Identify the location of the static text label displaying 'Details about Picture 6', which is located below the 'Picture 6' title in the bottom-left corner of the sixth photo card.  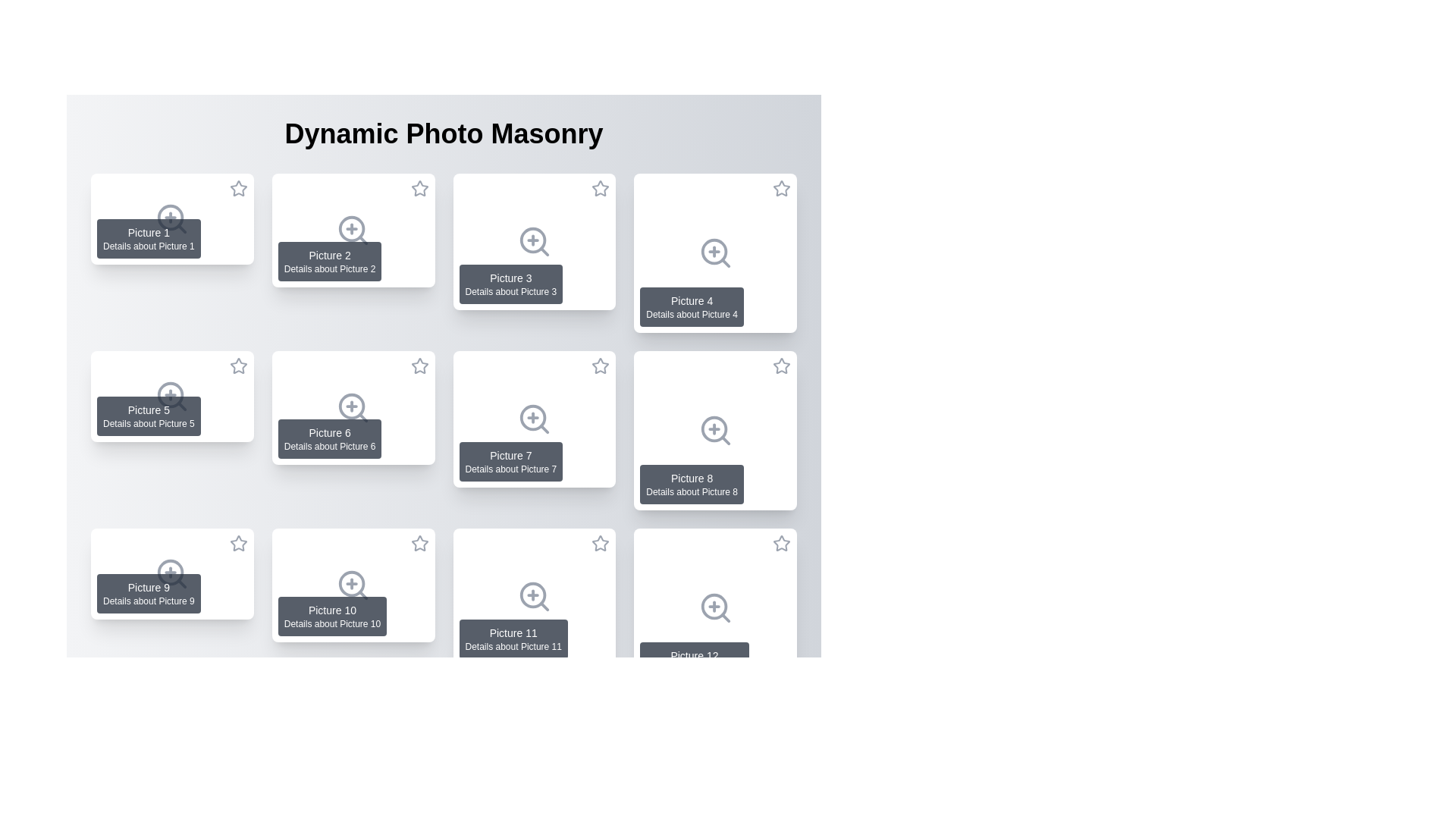
(329, 446).